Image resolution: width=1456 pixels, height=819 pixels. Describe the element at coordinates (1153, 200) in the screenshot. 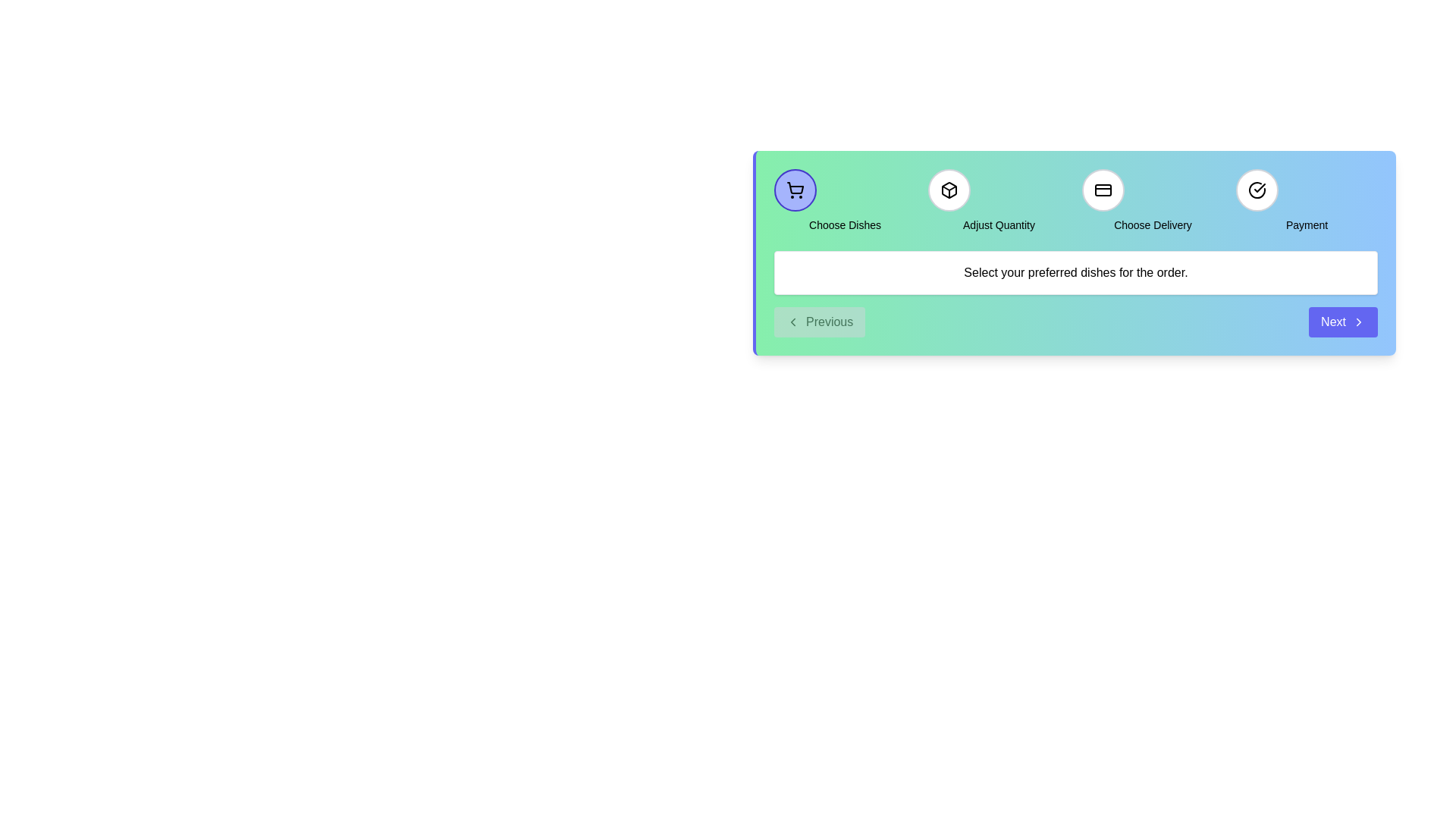

I see `the circular glyph labeled 'Choose Delivery' that is the third in a row of four step indicators, immediately to the right of 'Adjust Quantity' and left of 'Payment'` at that location.